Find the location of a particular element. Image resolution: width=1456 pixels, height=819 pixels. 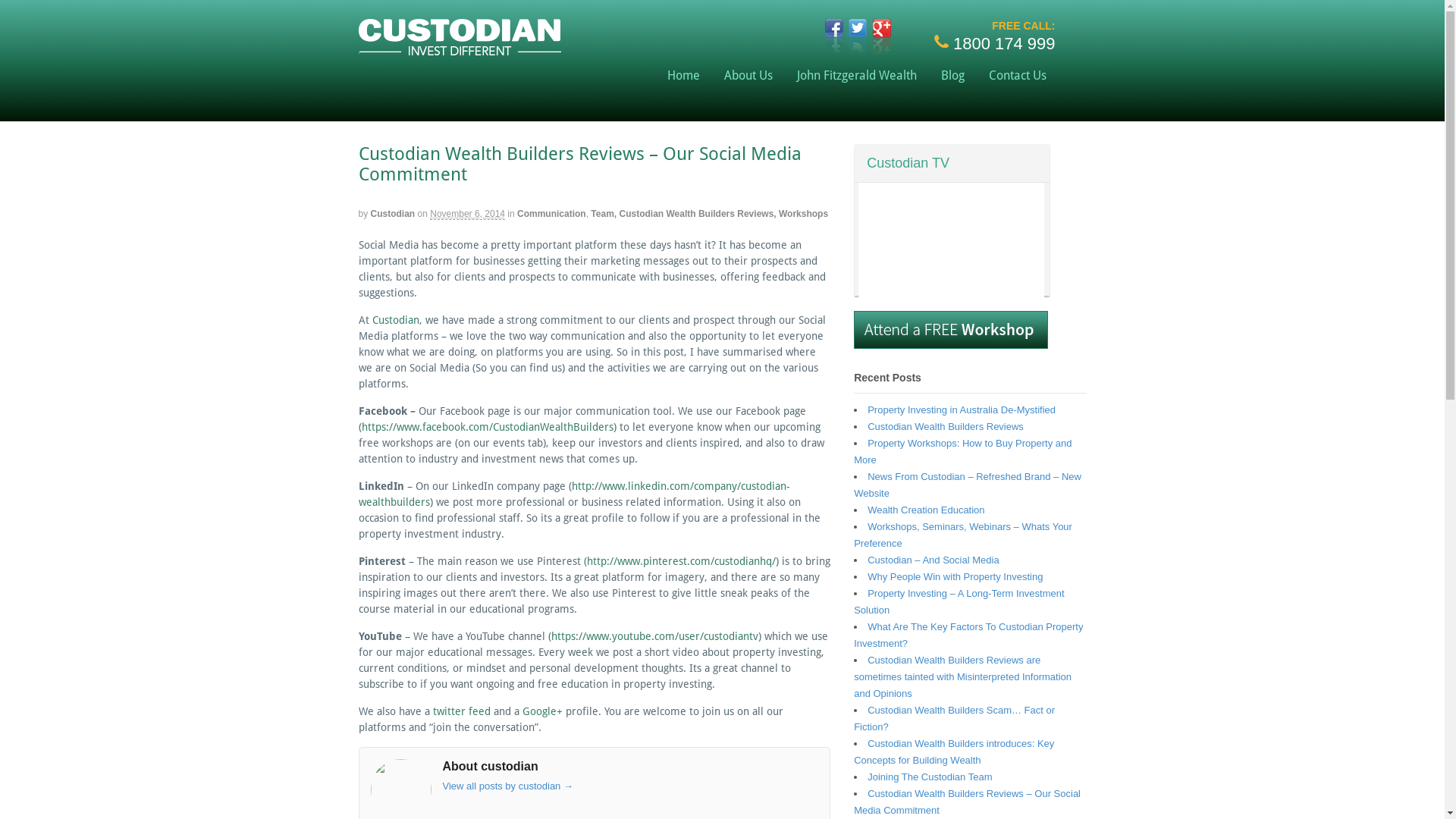

'Custodian' is located at coordinates (371, 213).